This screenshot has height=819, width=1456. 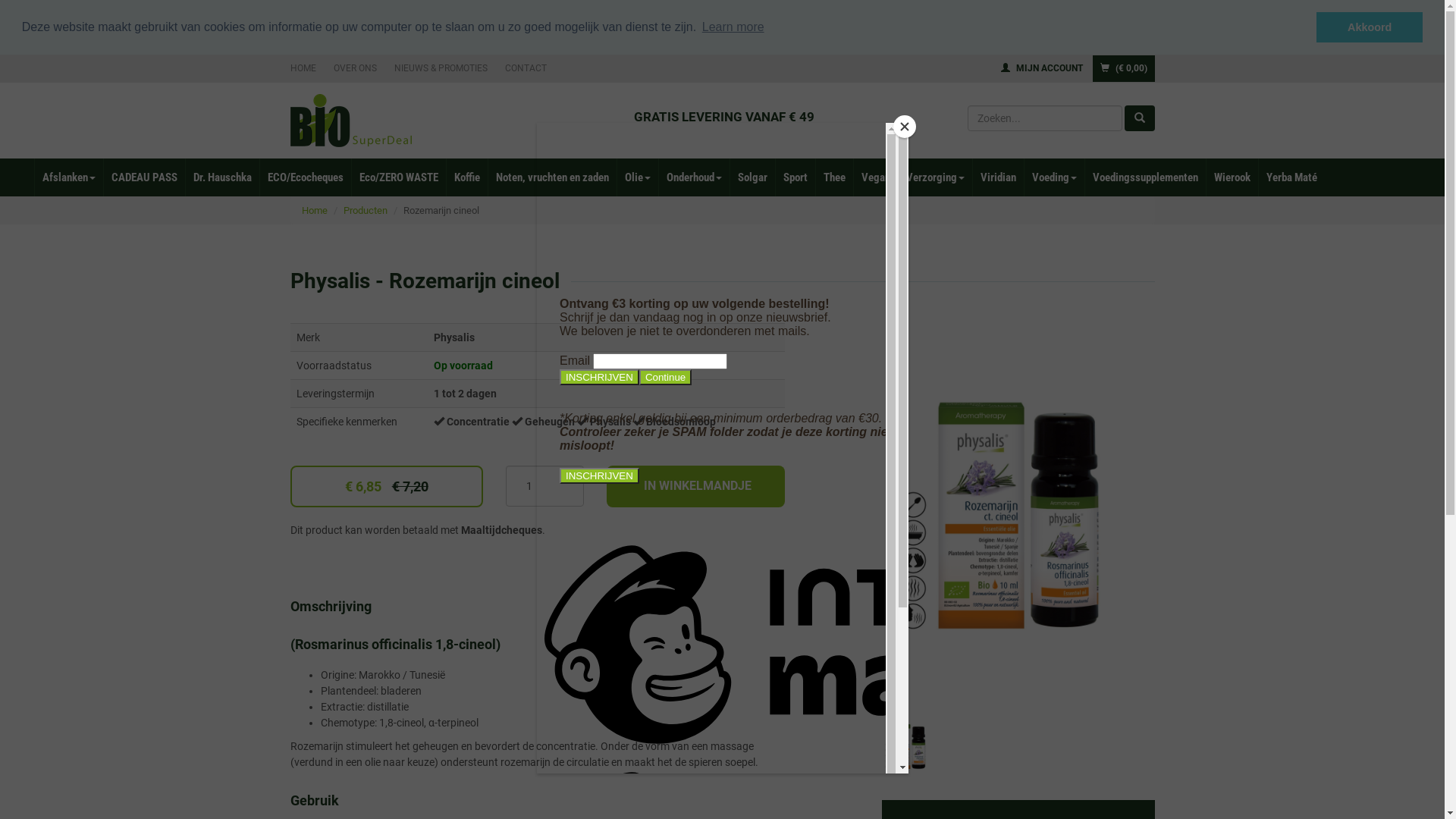 What do you see at coordinates (33, 175) in the screenshot?
I see `'Afslanken'` at bounding box center [33, 175].